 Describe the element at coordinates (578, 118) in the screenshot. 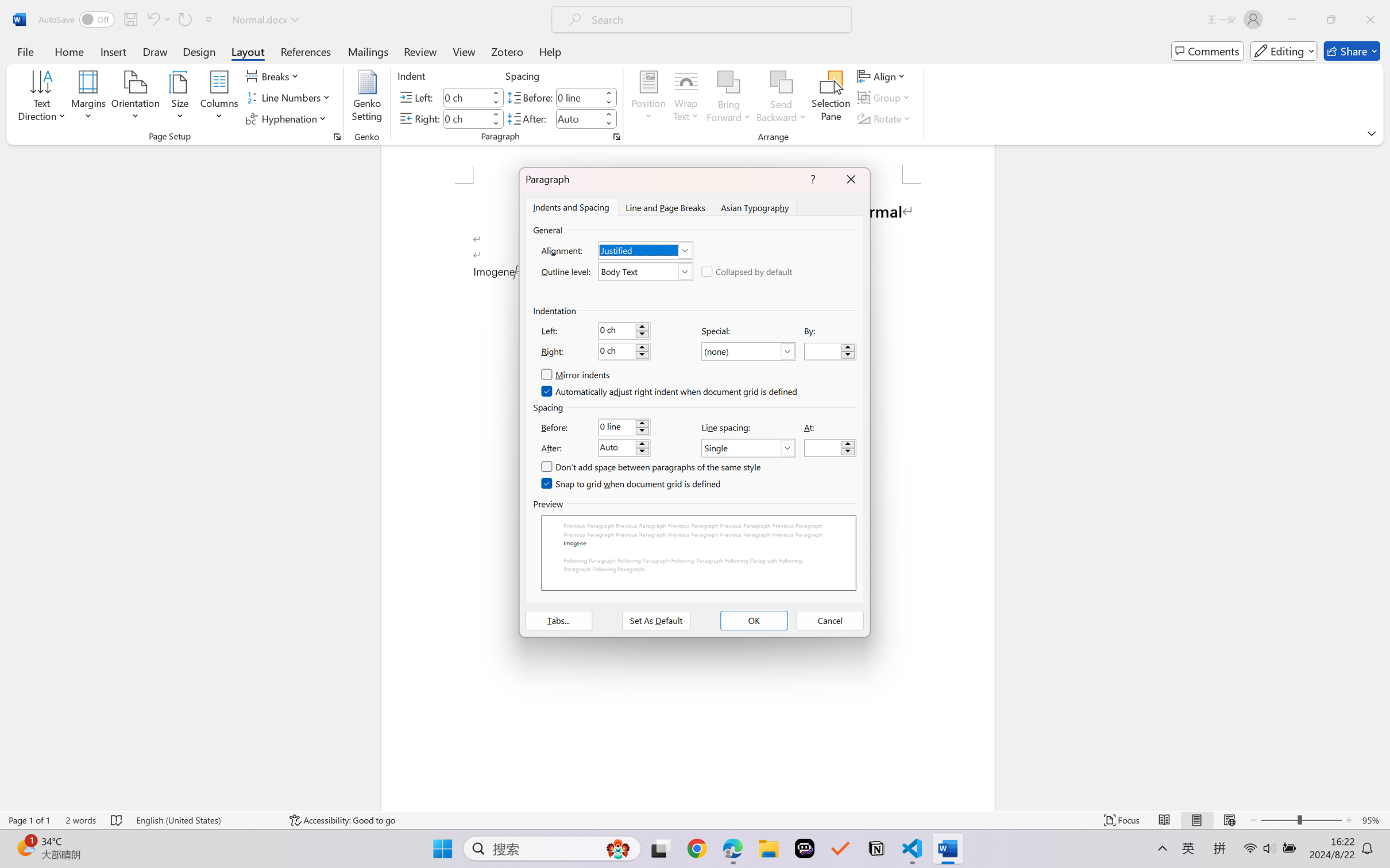

I see `'Spacing After'` at that location.